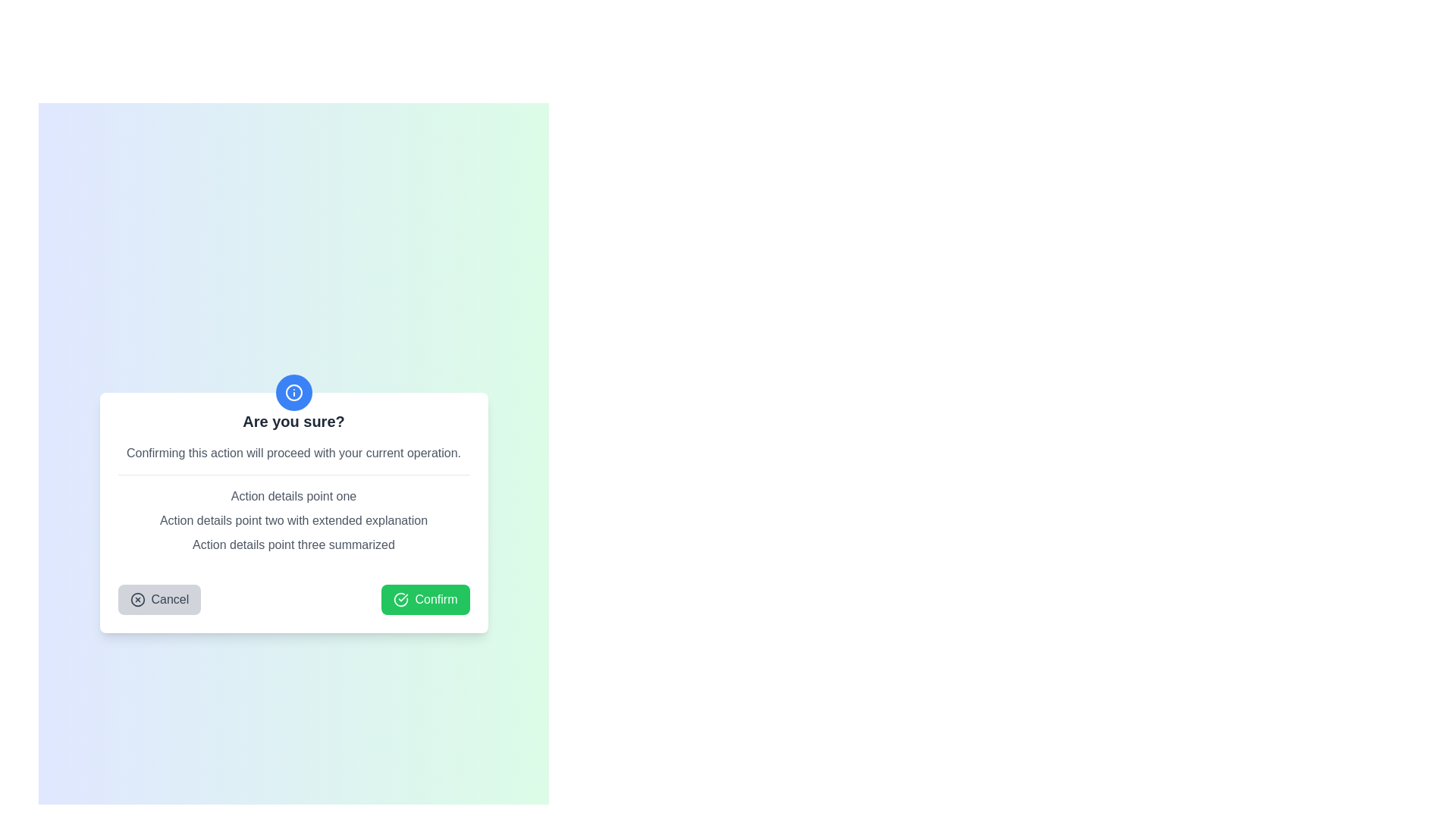 Image resolution: width=1456 pixels, height=819 pixels. I want to click on the Static text label that summarizes a key point under the 'Are you sure?' header, which is the first in a vertical list of three text items, so click(293, 496).